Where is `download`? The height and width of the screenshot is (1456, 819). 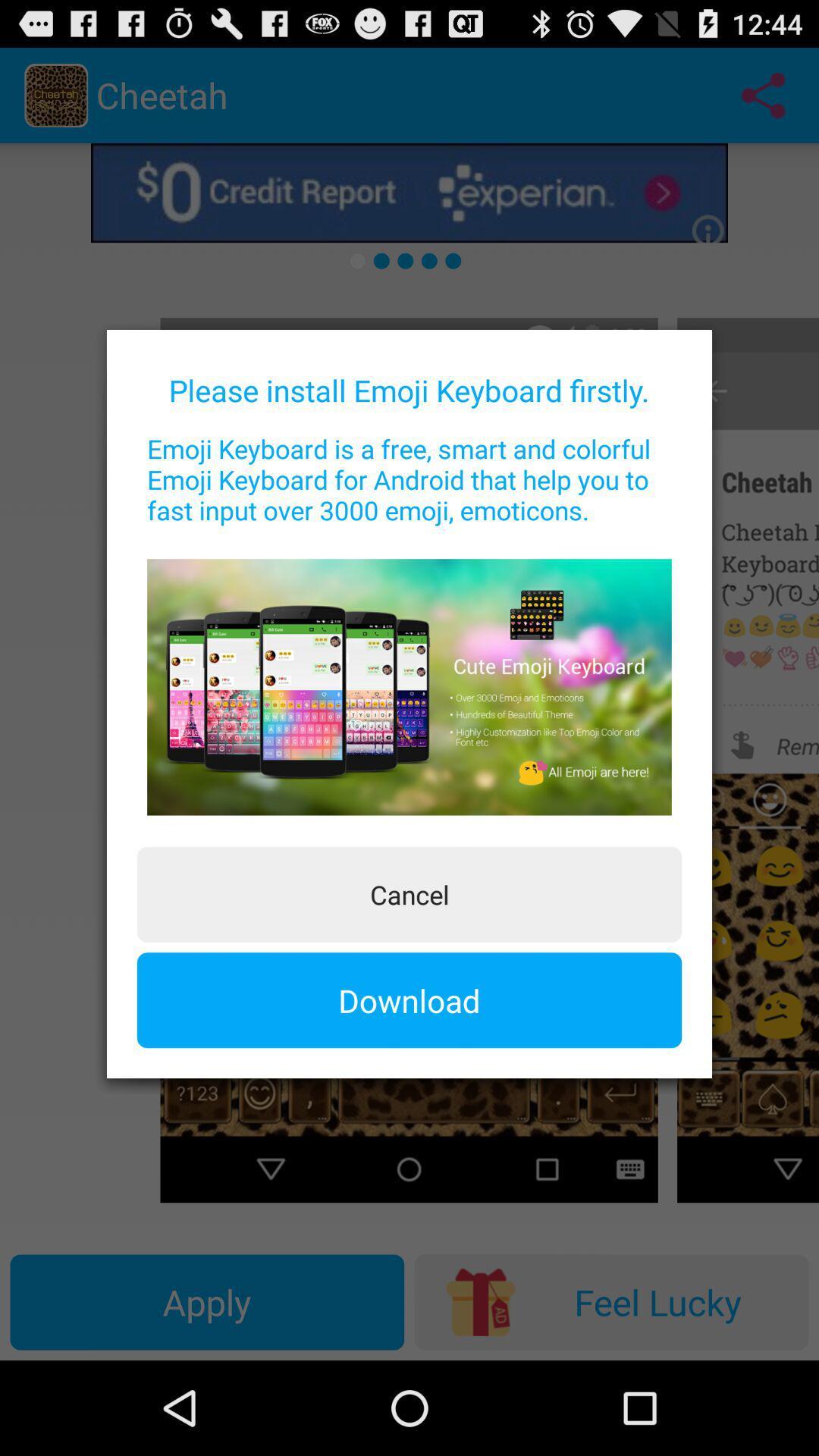 download is located at coordinates (409, 1000).